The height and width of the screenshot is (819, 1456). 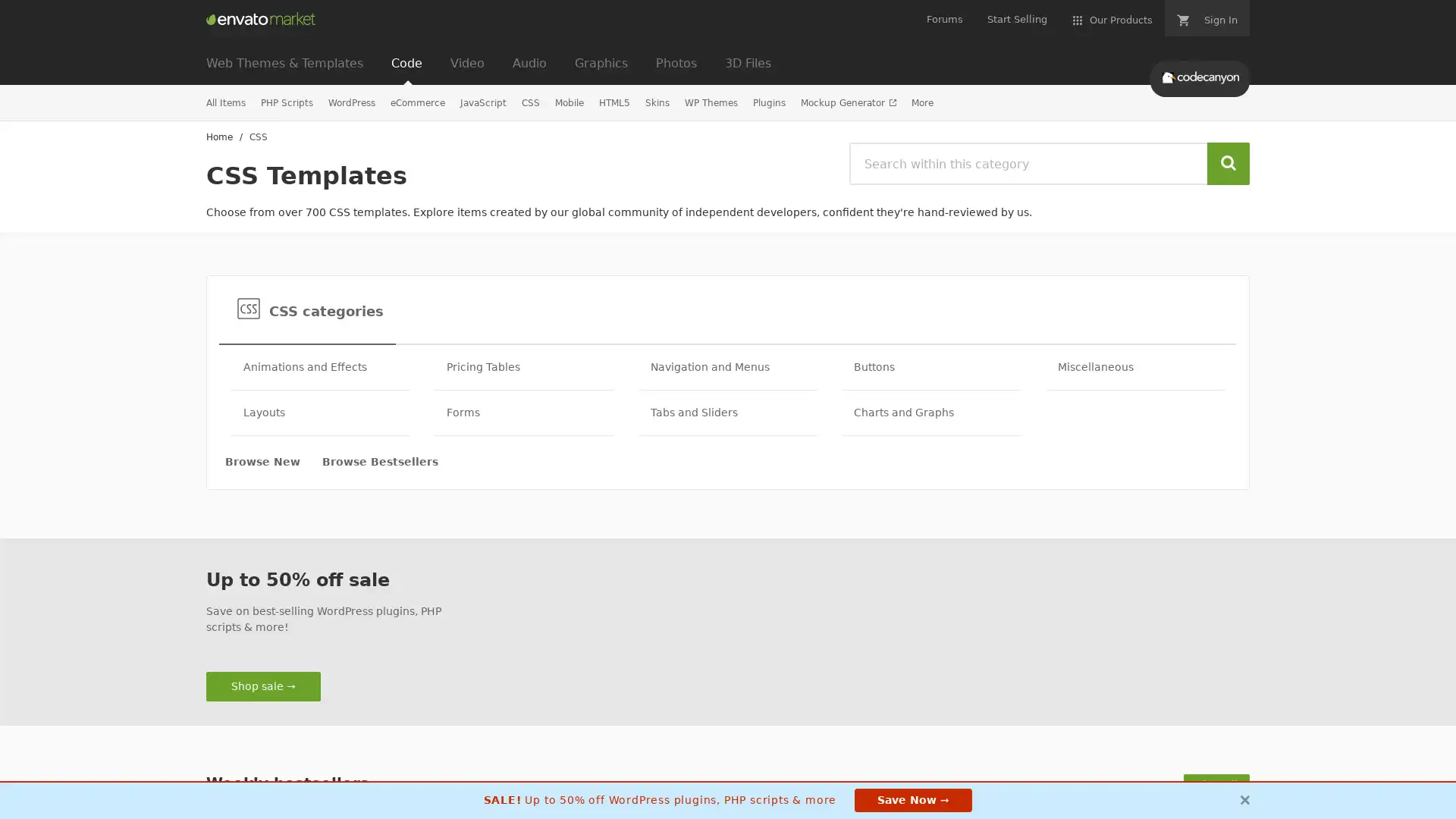 What do you see at coordinates (1228, 164) in the screenshot?
I see `Search` at bounding box center [1228, 164].